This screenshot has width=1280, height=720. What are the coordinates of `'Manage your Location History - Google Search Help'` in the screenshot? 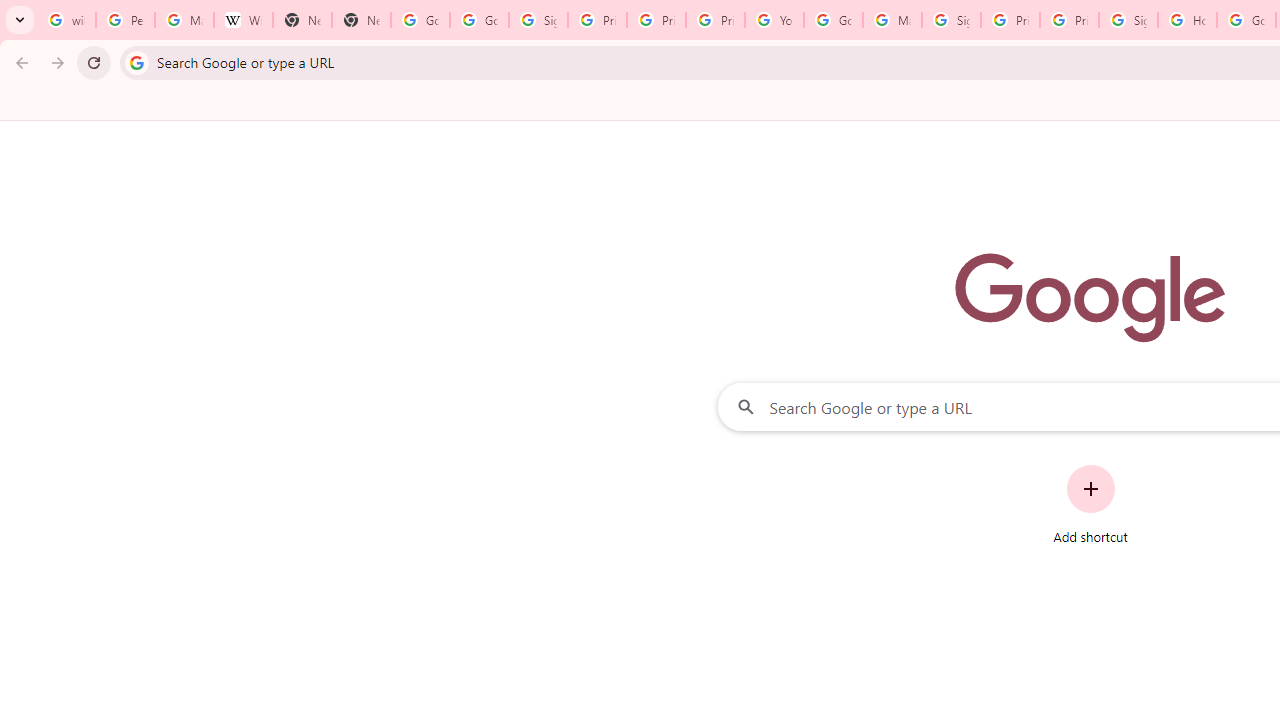 It's located at (184, 20).